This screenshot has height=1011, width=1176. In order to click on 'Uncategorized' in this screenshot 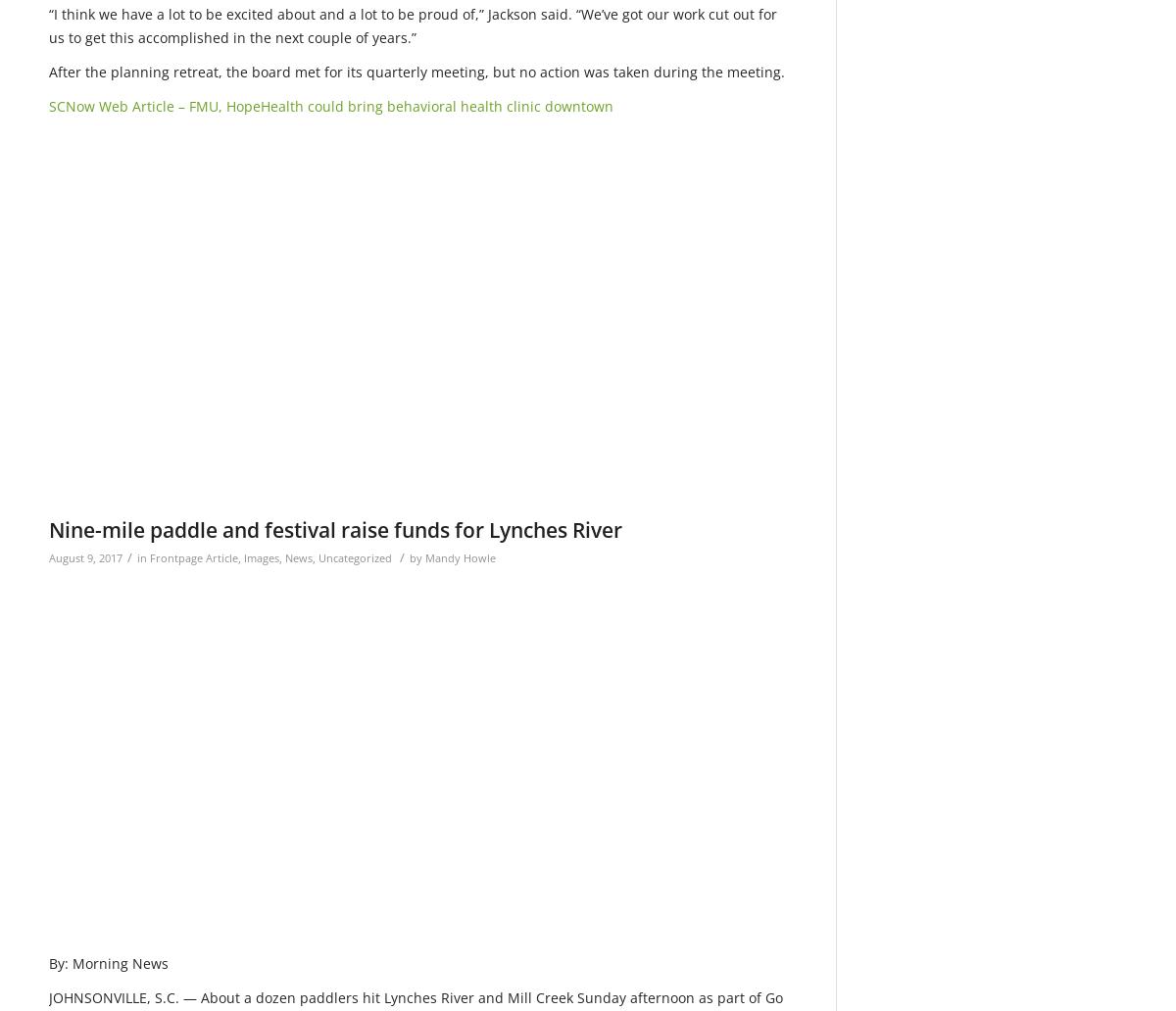, I will do `click(355, 556)`.